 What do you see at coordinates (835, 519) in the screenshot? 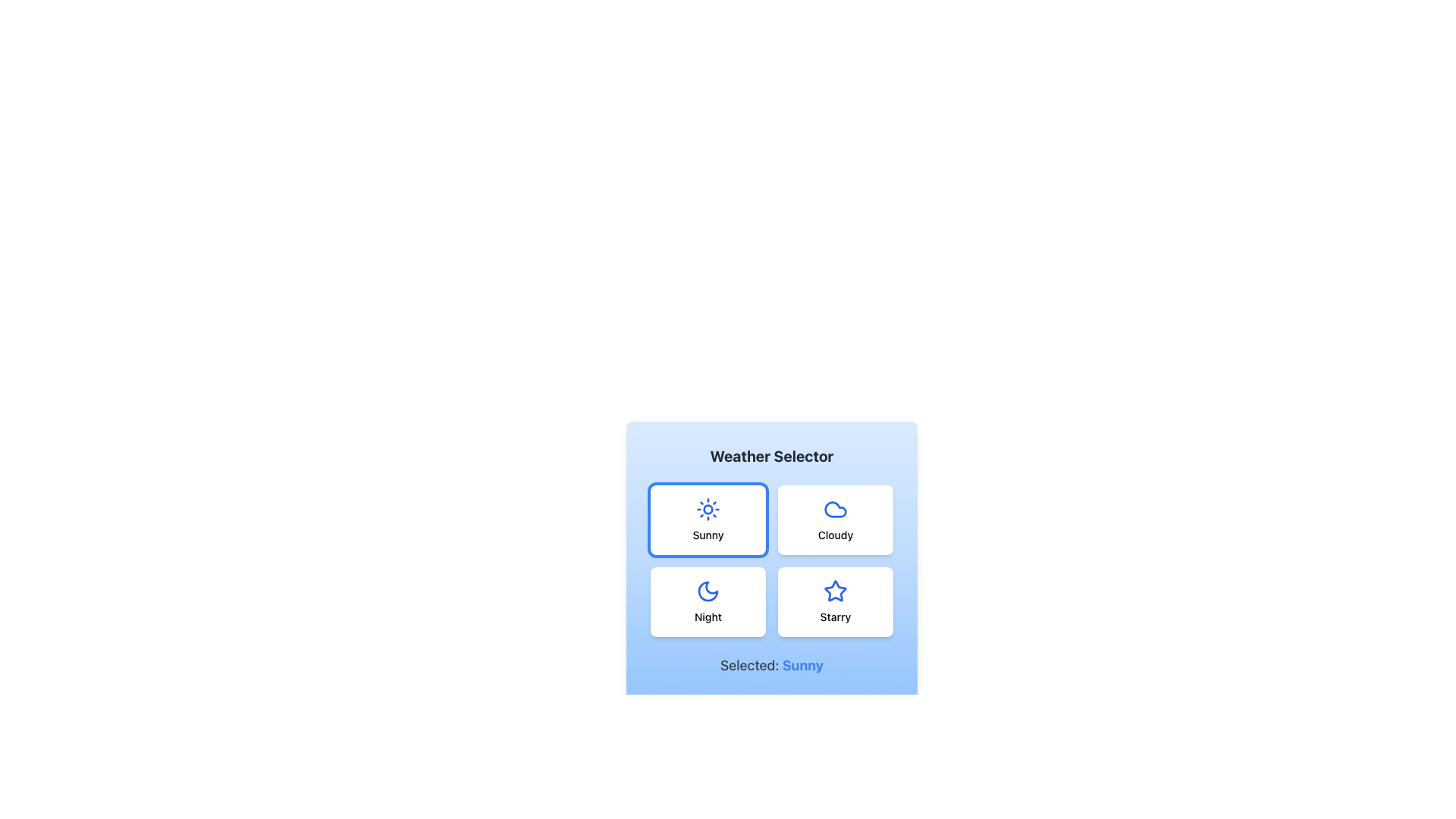
I see `the 'Cloudy' button, which is a rectangular button with rounded corners and a cloud icon` at bounding box center [835, 519].